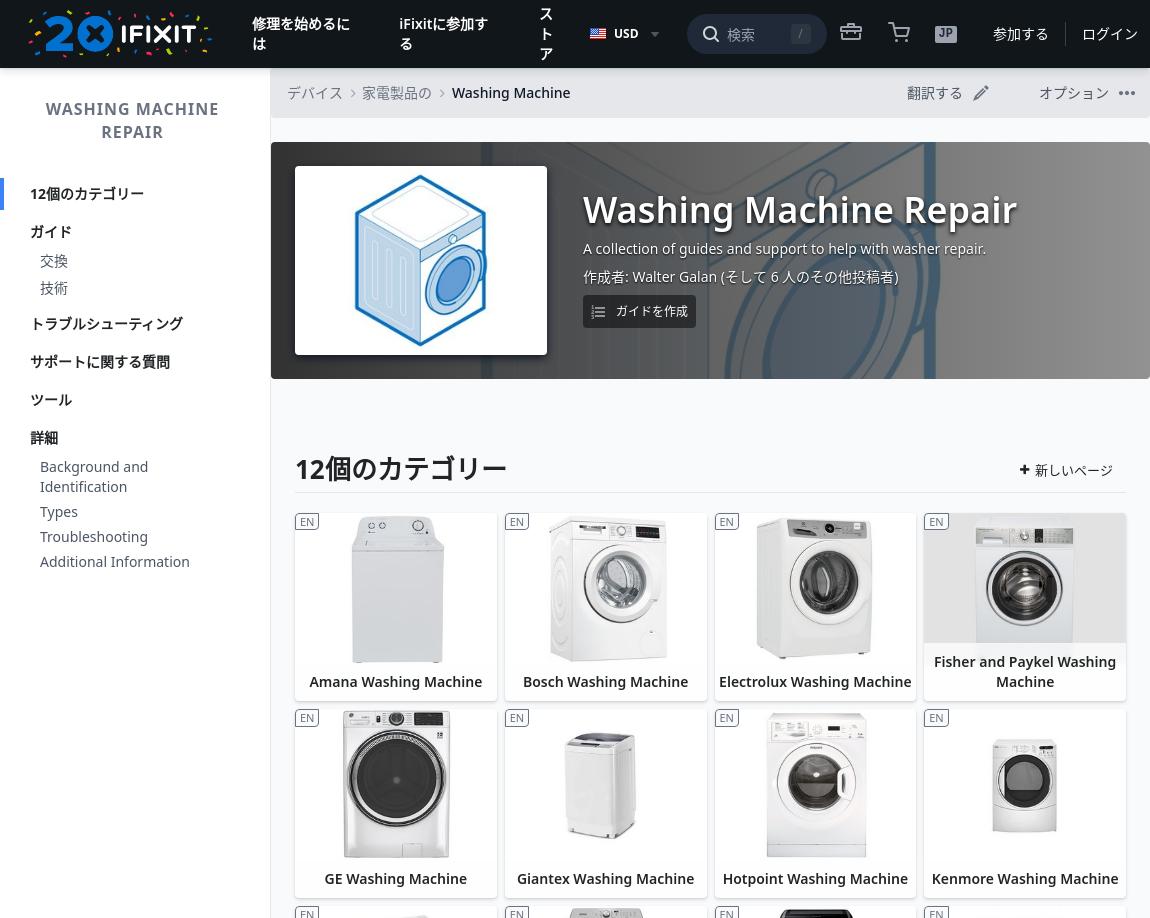  What do you see at coordinates (323, 876) in the screenshot?
I see `'GE Washing Machine'` at bounding box center [323, 876].